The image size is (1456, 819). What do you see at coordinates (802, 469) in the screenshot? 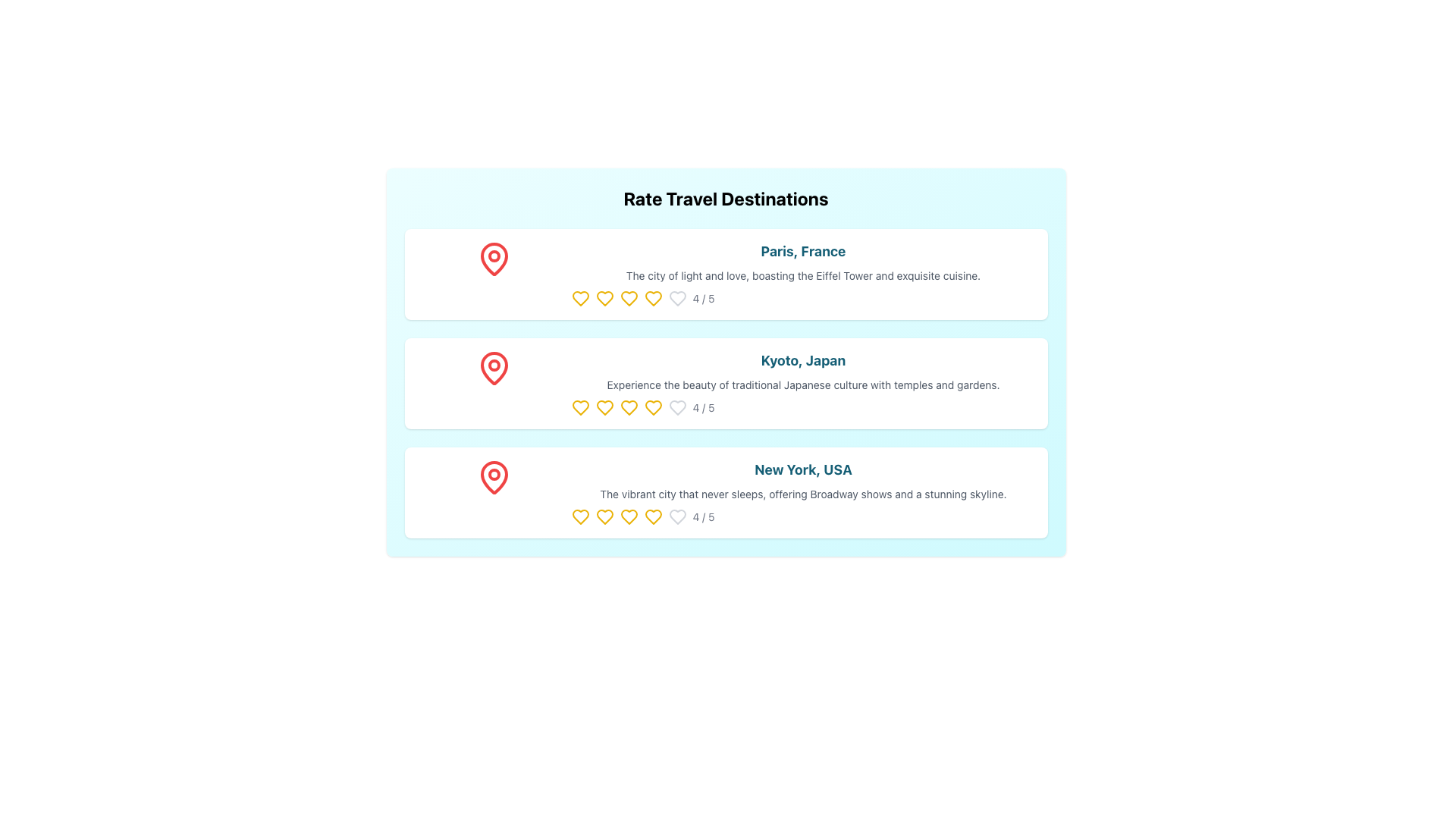
I see `the Text Label displaying 'New York, USA', which is centrally located at the top of the third entry in the list of destinations` at bounding box center [802, 469].